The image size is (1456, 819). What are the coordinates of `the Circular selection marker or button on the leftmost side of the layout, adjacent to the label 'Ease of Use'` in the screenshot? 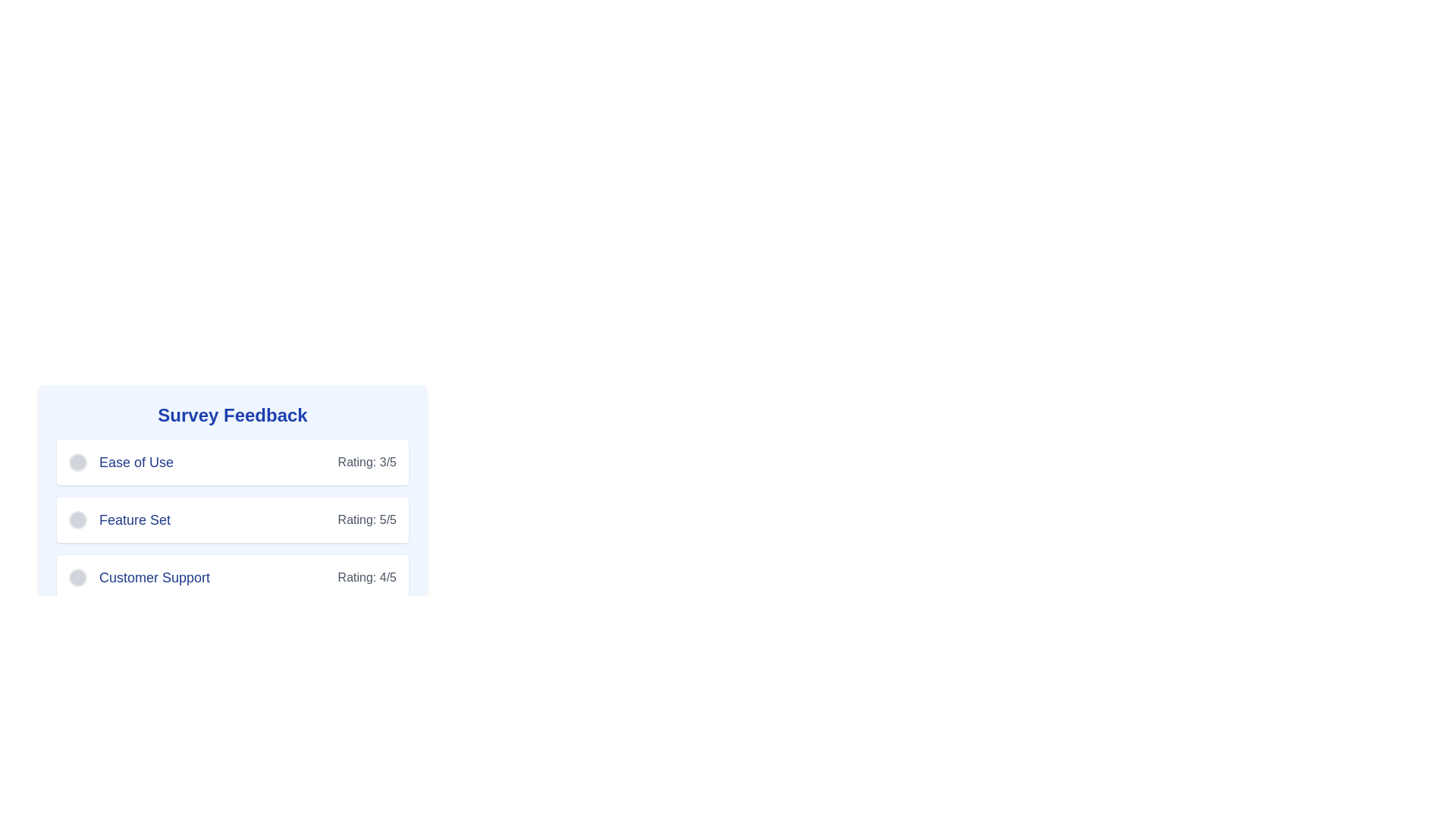 It's located at (77, 461).